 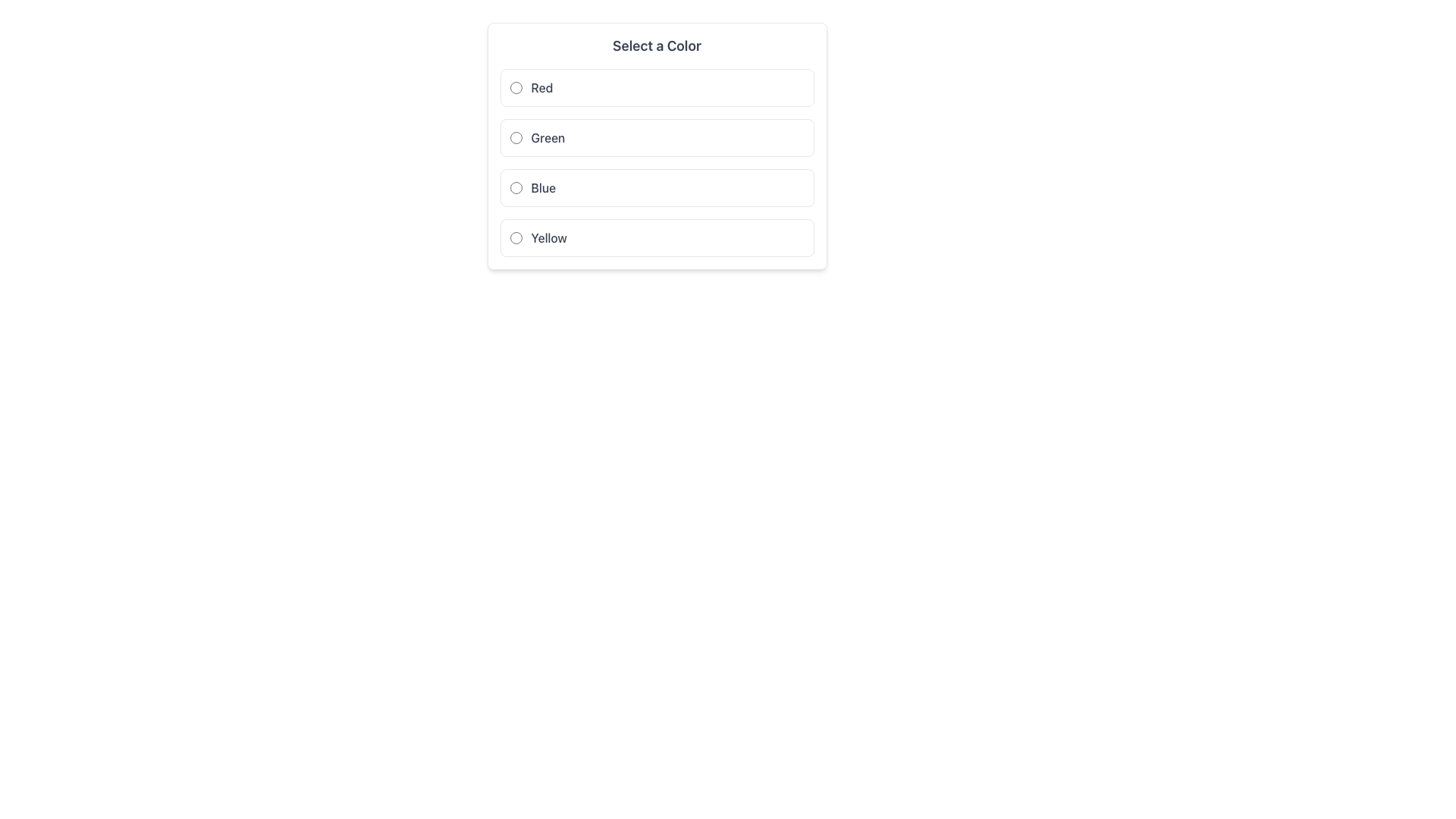 What do you see at coordinates (657, 146) in the screenshot?
I see `the radio button labeled 'Green'` at bounding box center [657, 146].